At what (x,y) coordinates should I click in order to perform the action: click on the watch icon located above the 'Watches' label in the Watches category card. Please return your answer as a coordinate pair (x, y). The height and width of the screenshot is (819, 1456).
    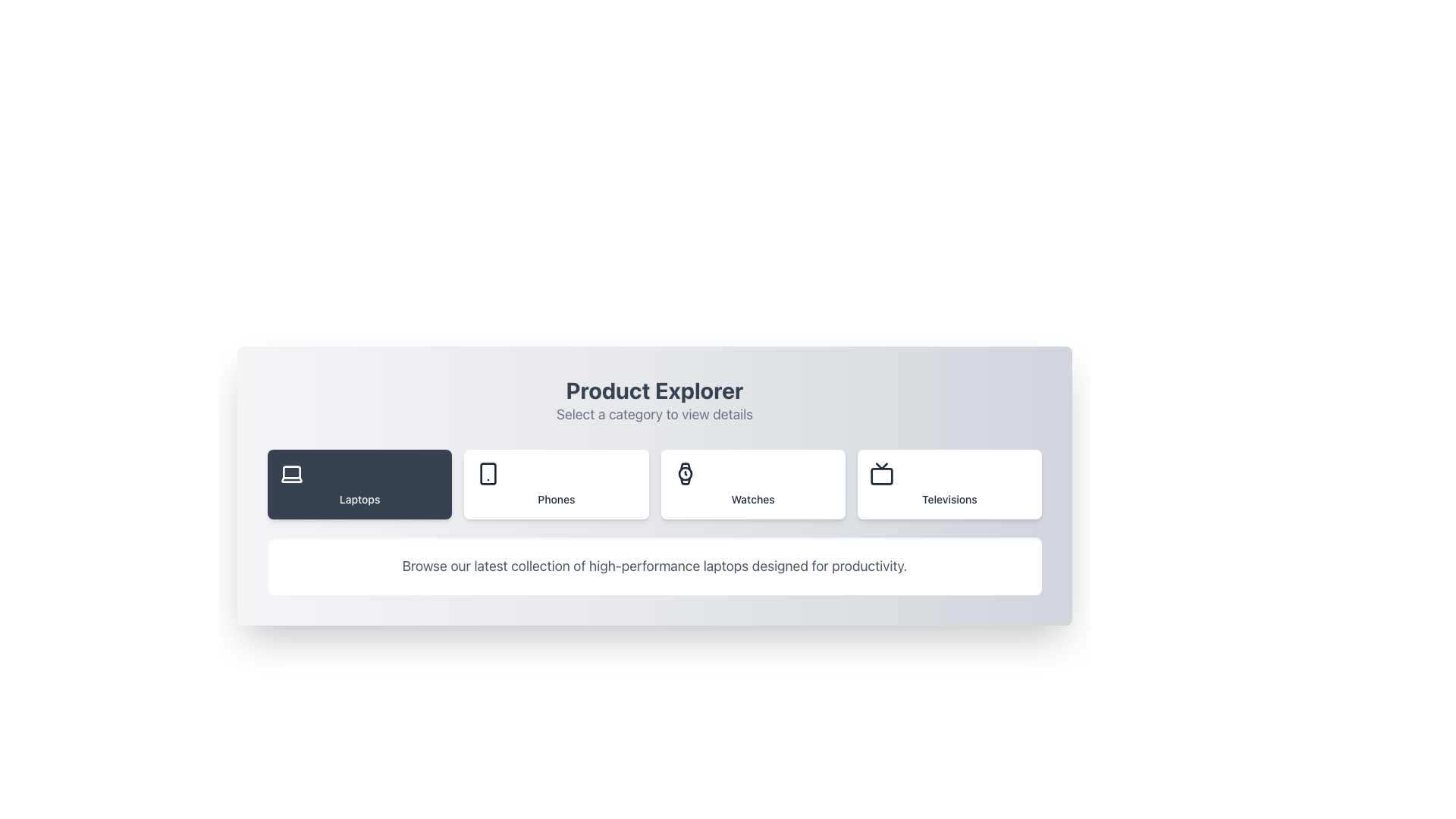
    Looking at the image, I should click on (684, 472).